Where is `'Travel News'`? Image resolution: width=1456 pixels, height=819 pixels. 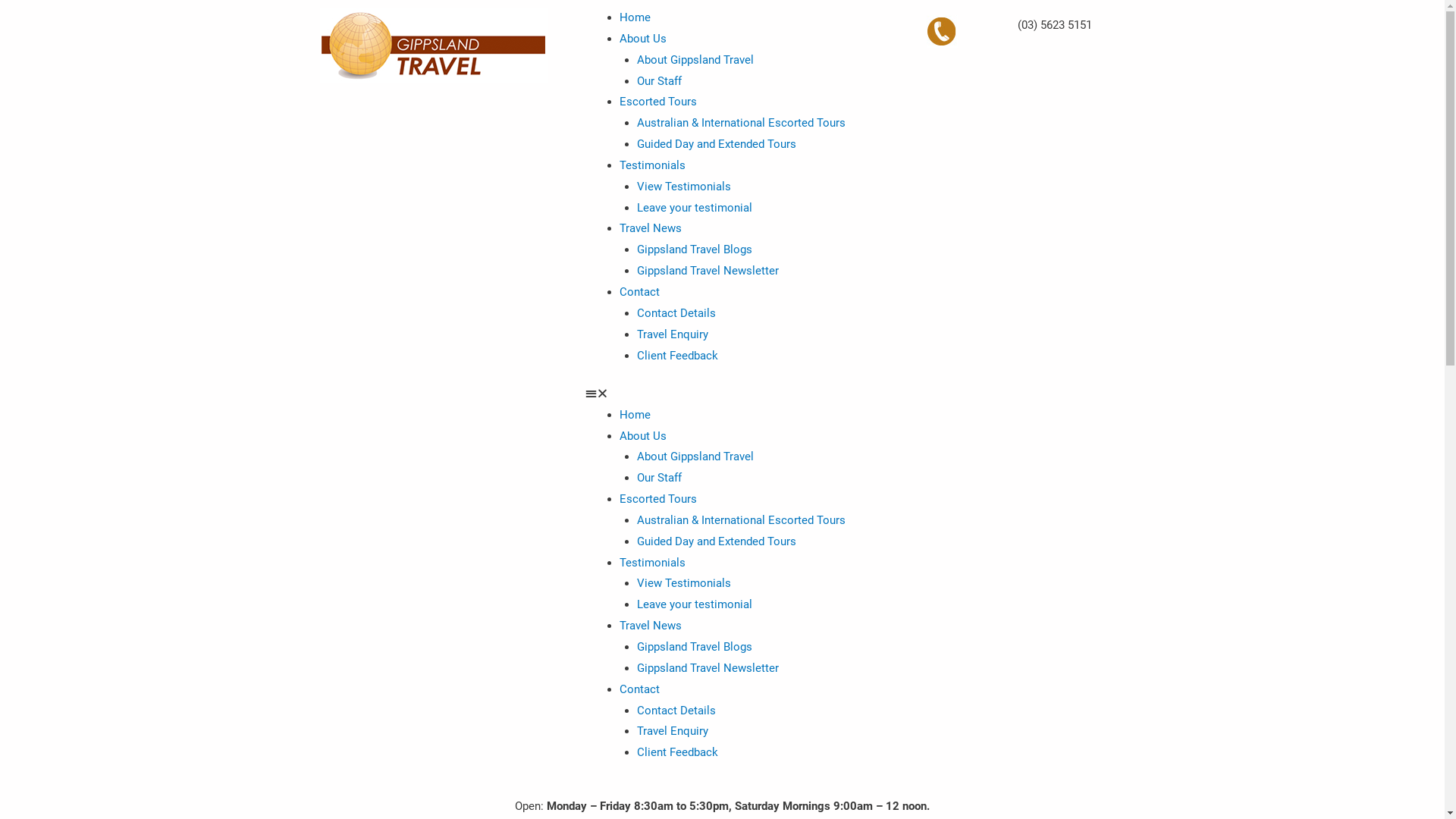 'Travel News' is located at coordinates (619, 626).